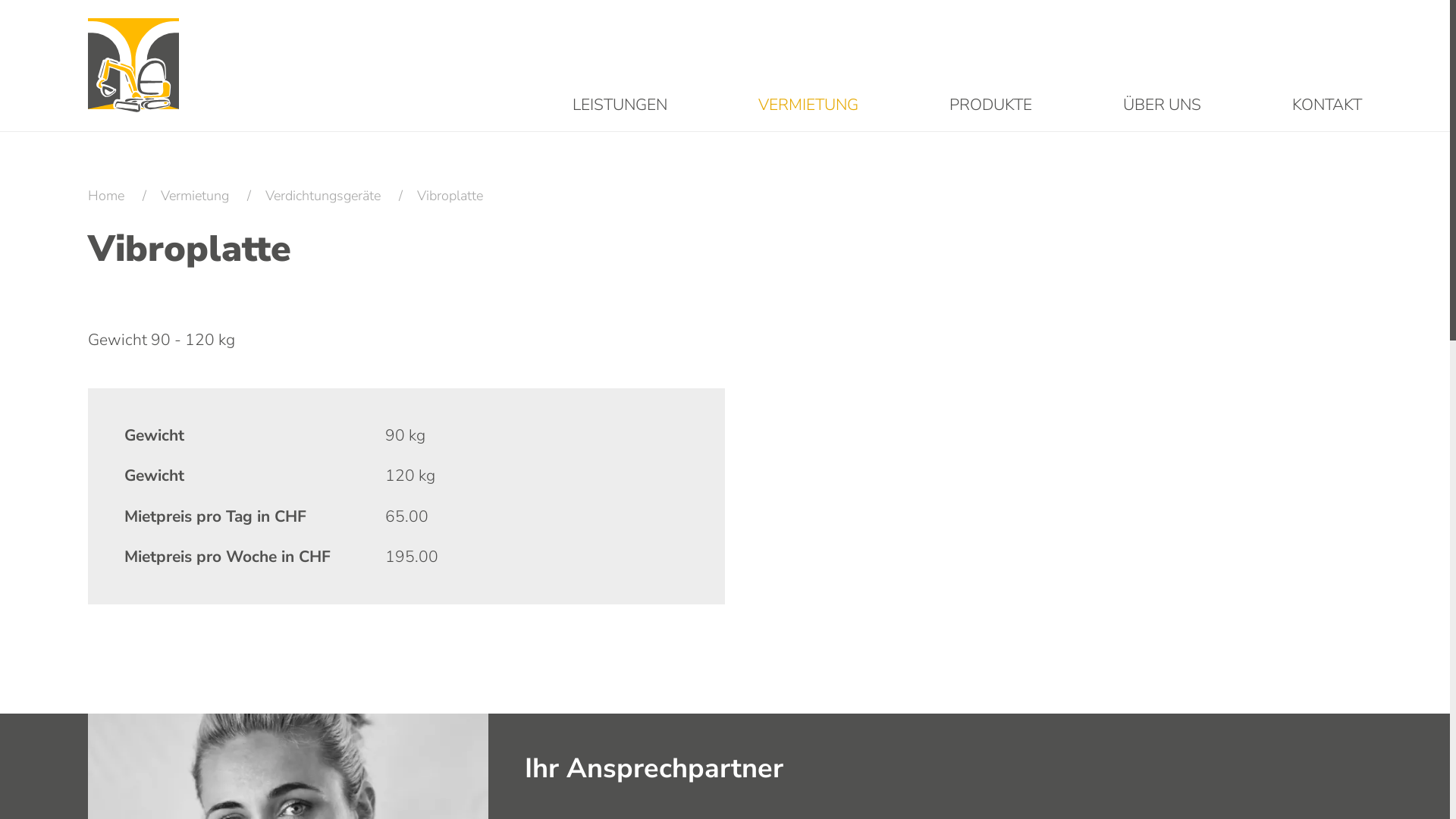 This screenshot has width=1456, height=819. I want to click on 'Home', so click(86, 195).